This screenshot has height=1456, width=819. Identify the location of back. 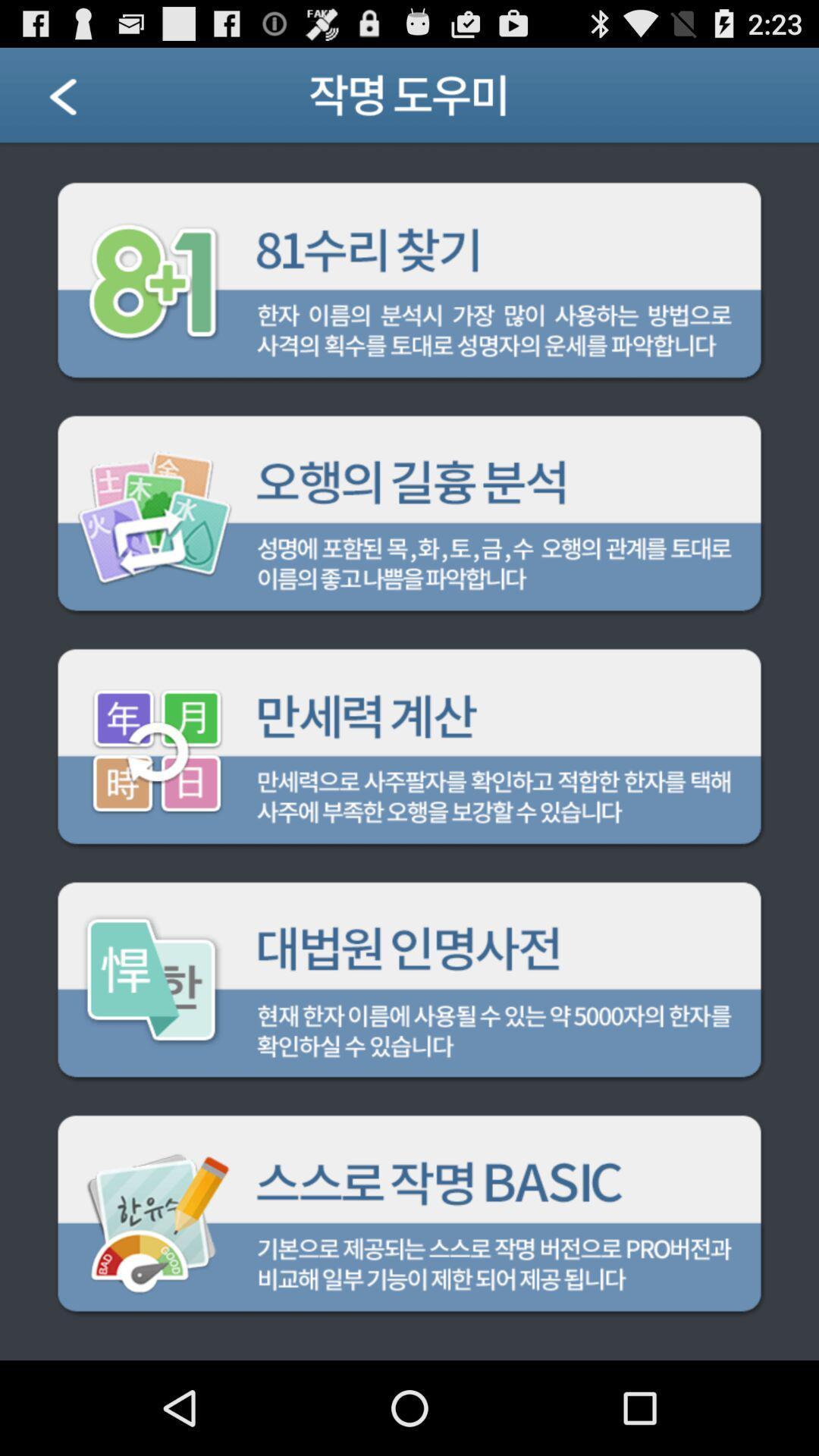
(82, 100).